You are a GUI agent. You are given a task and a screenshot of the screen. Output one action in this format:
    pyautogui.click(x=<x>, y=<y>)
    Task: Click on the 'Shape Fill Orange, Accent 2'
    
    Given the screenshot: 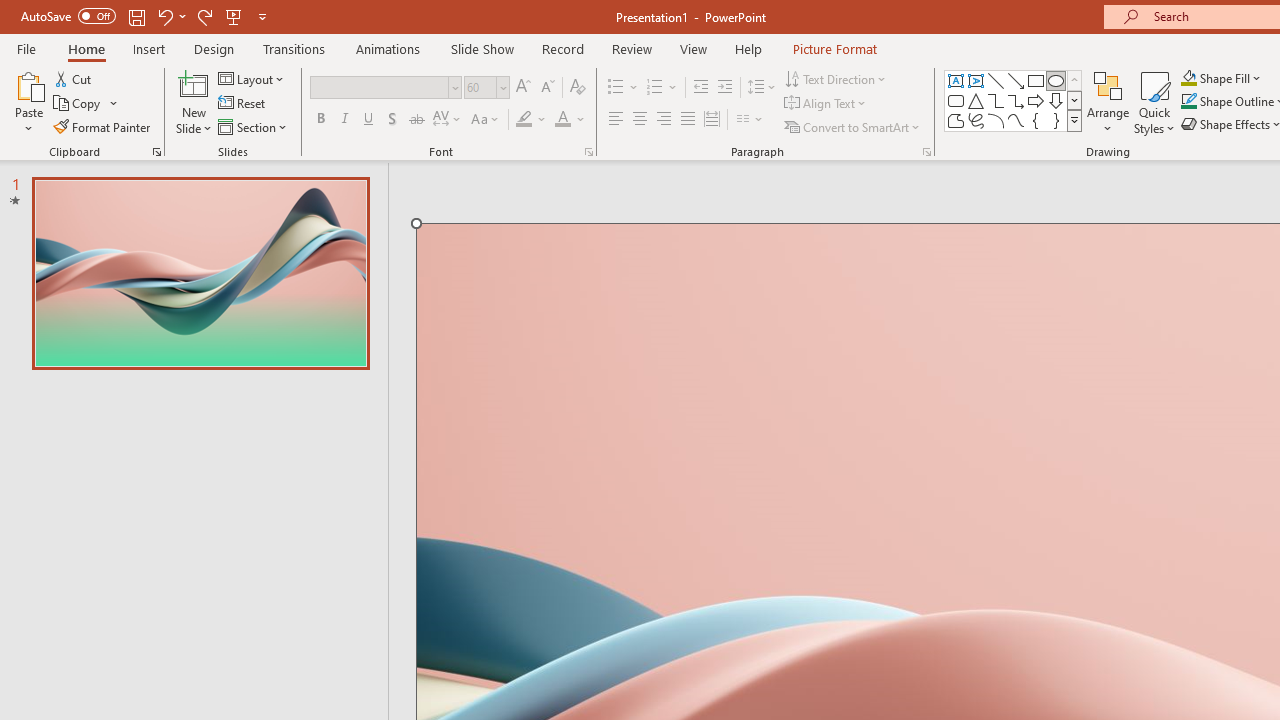 What is the action you would take?
    pyautogui.click(x=1189, y=77)
    